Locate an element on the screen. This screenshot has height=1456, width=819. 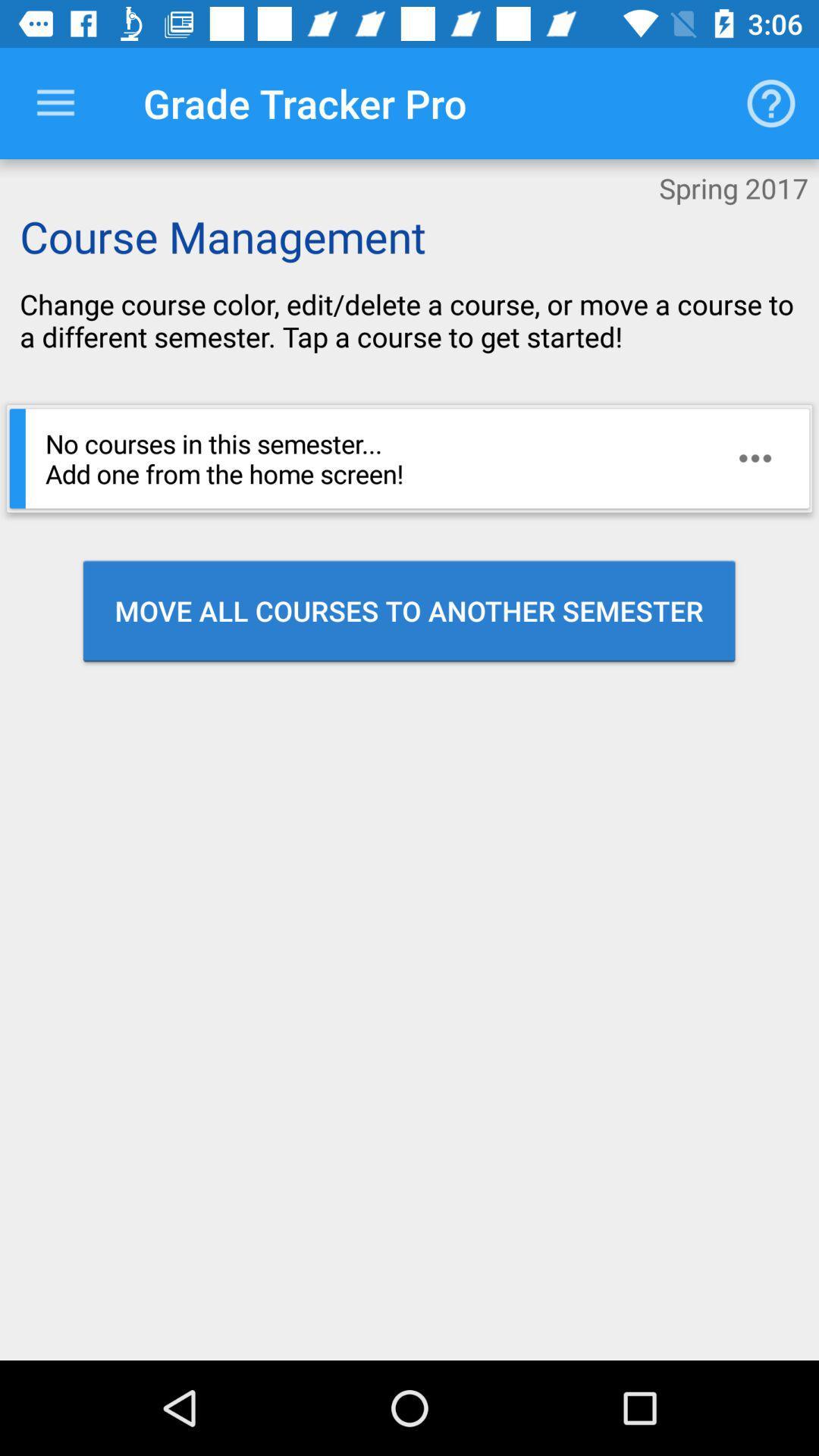
access the menue is located at coordinates (55, 102).